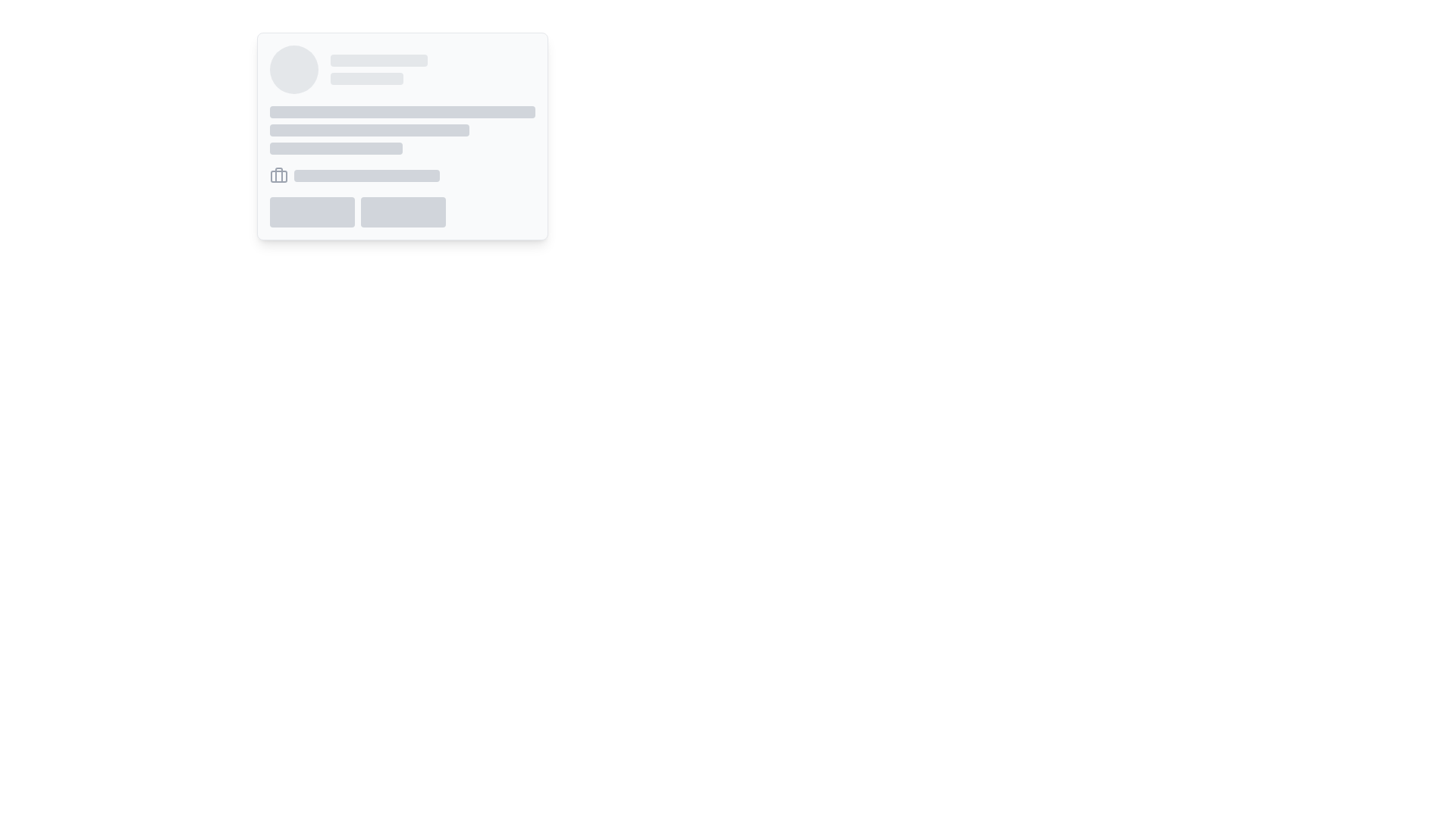  What do you see at coordinates (367, 174) in the screenshot?
I see `the decorative placeholder rectangle with rounded corners, filled with light gray color, positioned to the right of an icon group` at bounding box center [367, 174].